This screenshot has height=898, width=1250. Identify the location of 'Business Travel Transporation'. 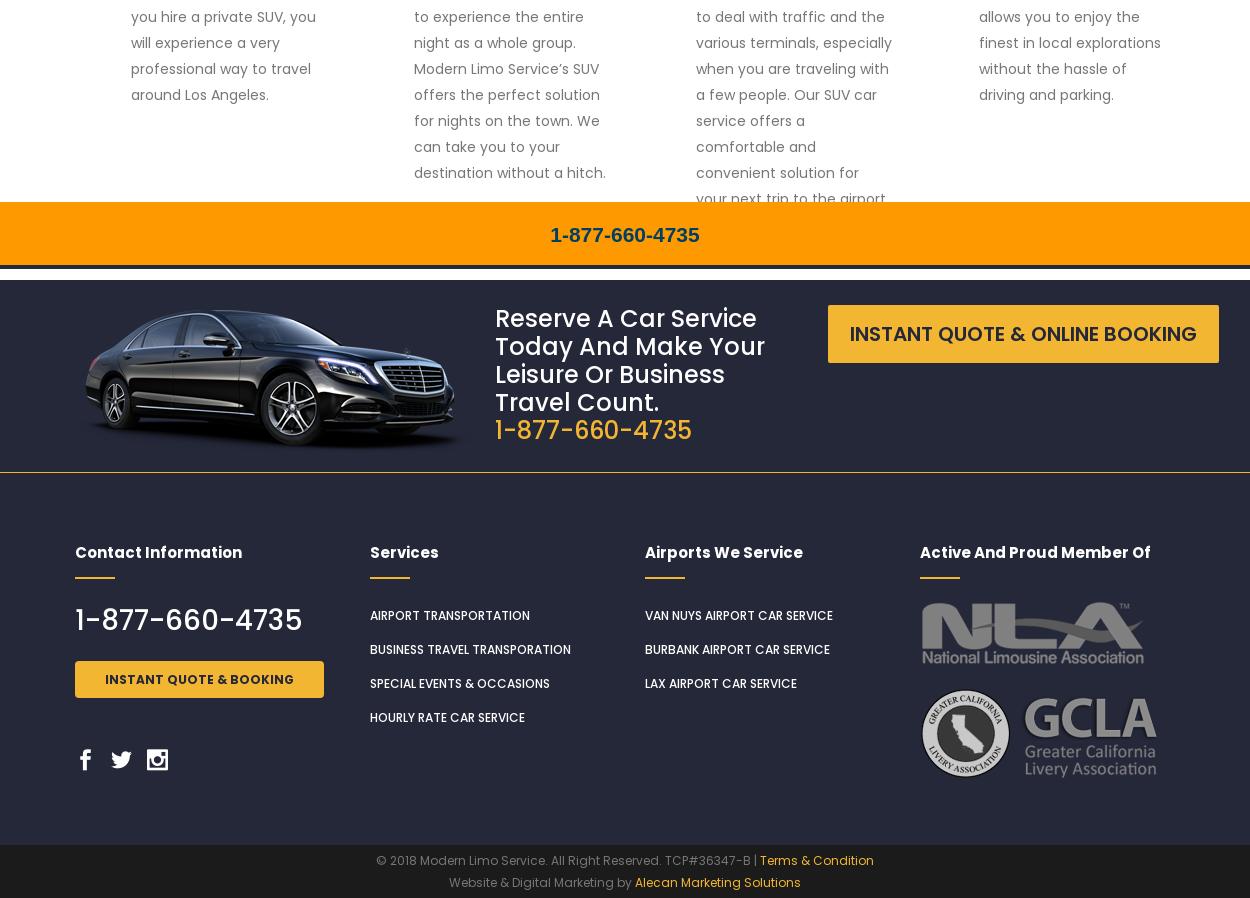
(369, 648).